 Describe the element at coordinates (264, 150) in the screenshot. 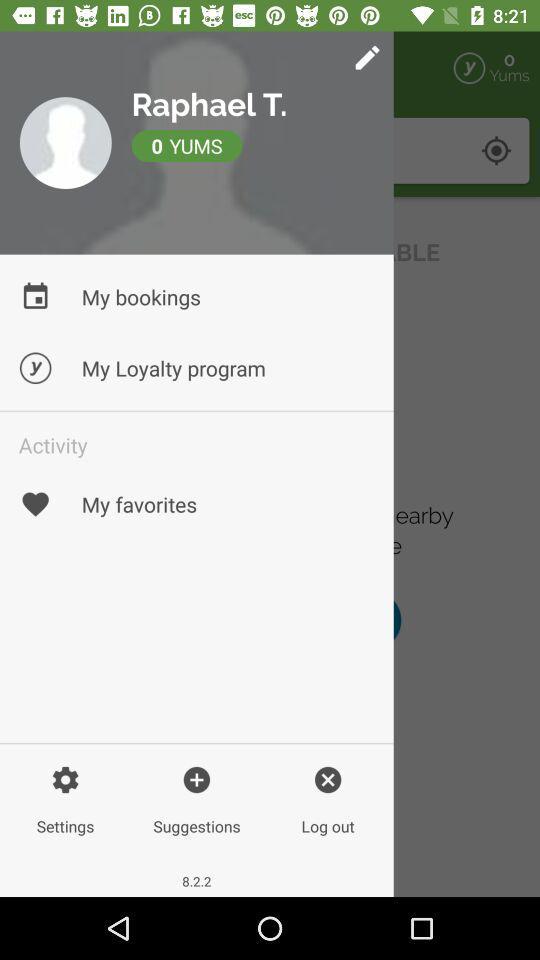

I see `the text 0 yums` at that location.